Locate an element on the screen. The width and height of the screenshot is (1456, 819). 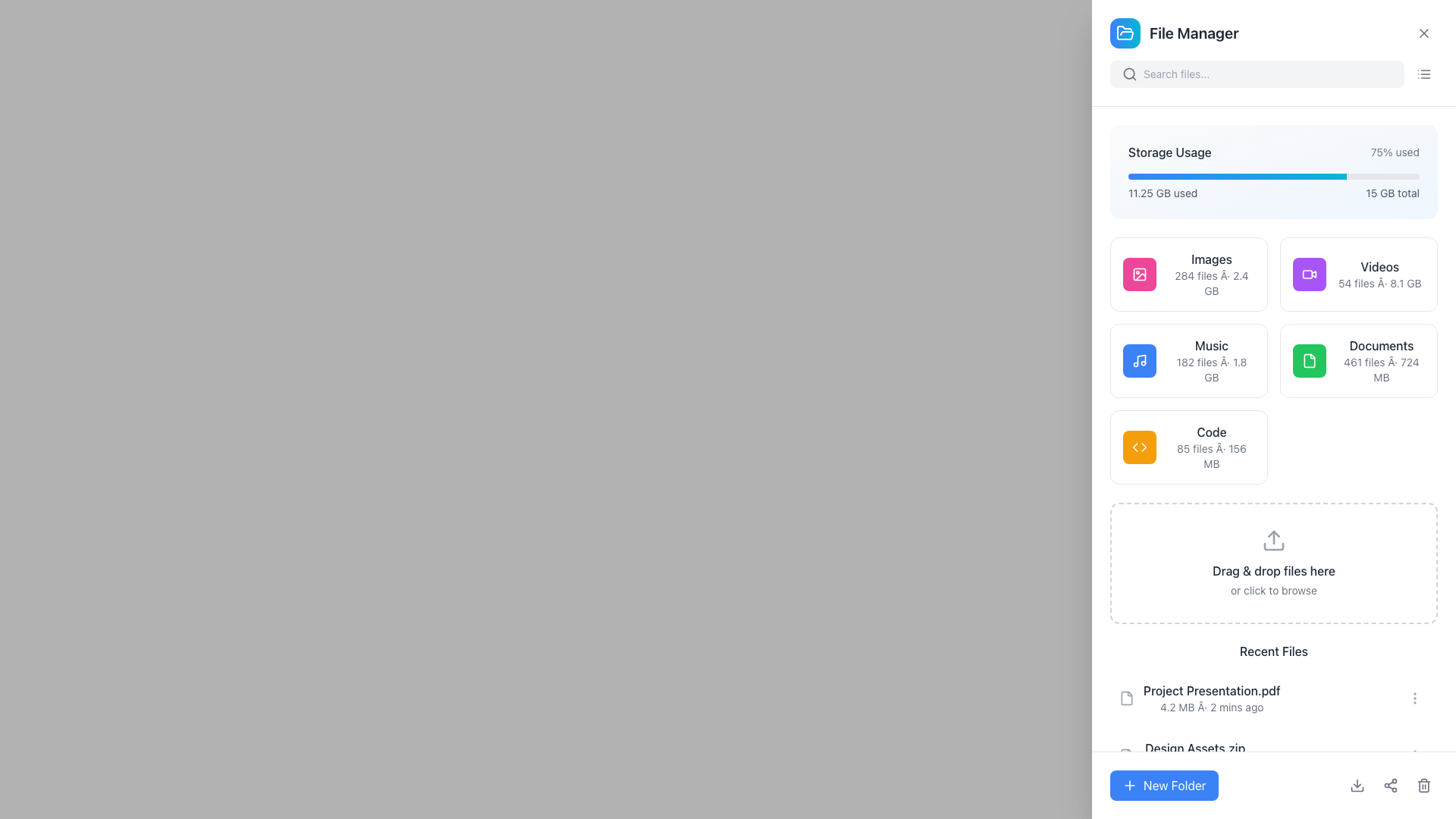
the Text label within the file upload interface that instructs users to drag and drop files, which is centrally positioned within a dashed bordered area is located at coordinates (1274, 570).